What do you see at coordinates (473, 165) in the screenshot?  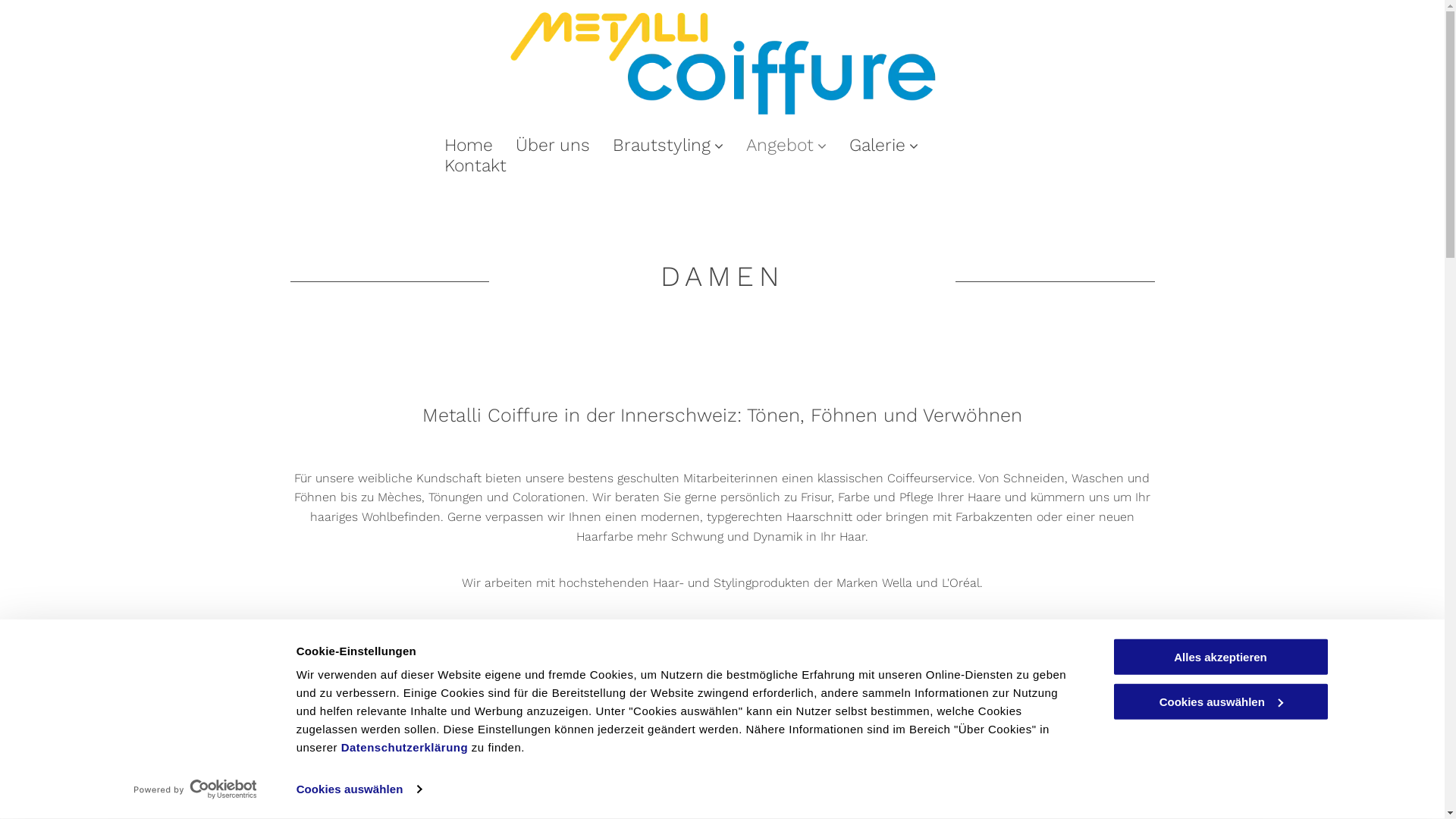 I see `'Kontakt'` at bounding box center [473, 165].